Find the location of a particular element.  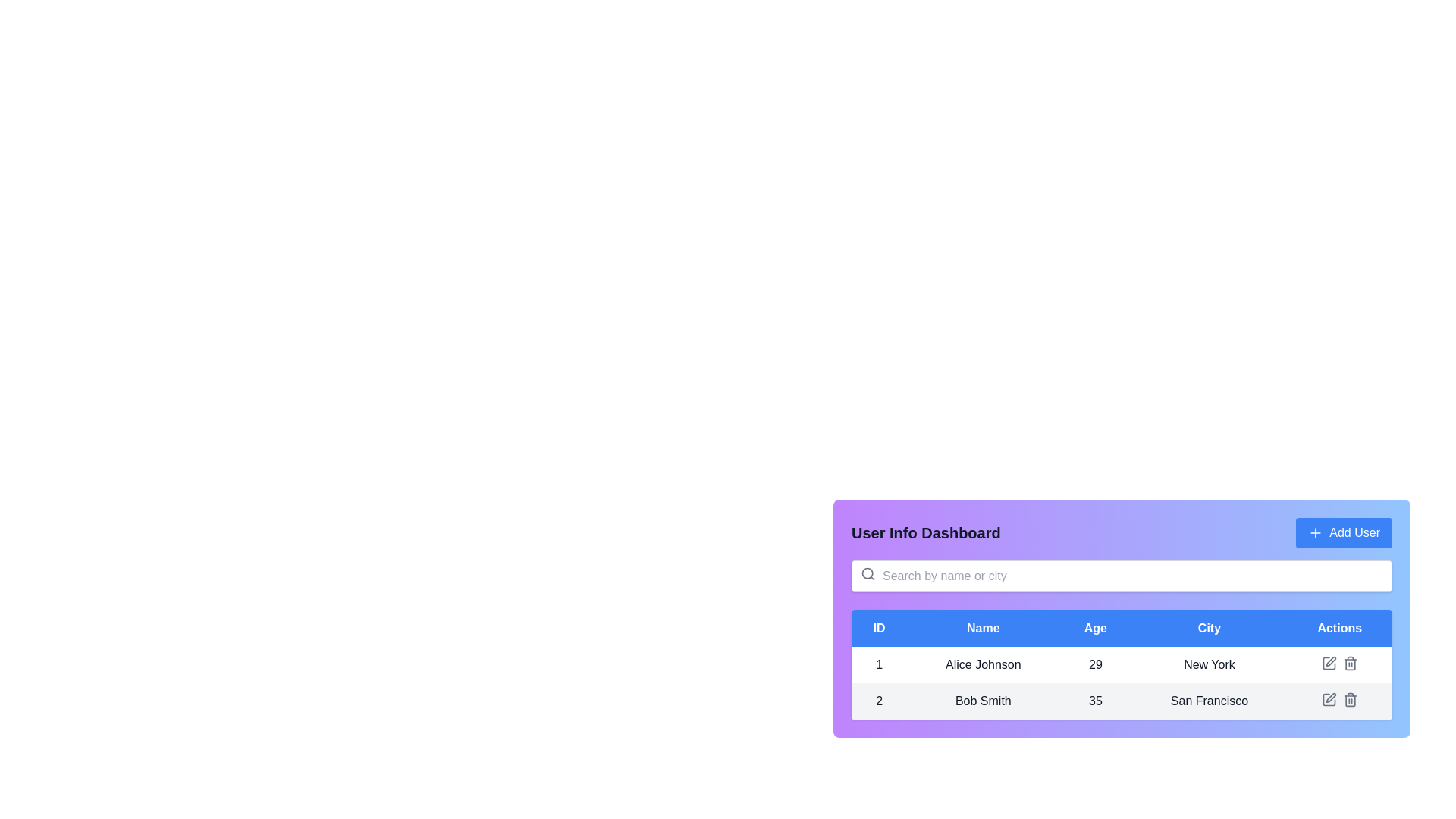

the table cell under the 'Age' column that contains the number '29' for 'Alice Johnson' in the User Info Dashboard is located at coordinates (1122, 664).